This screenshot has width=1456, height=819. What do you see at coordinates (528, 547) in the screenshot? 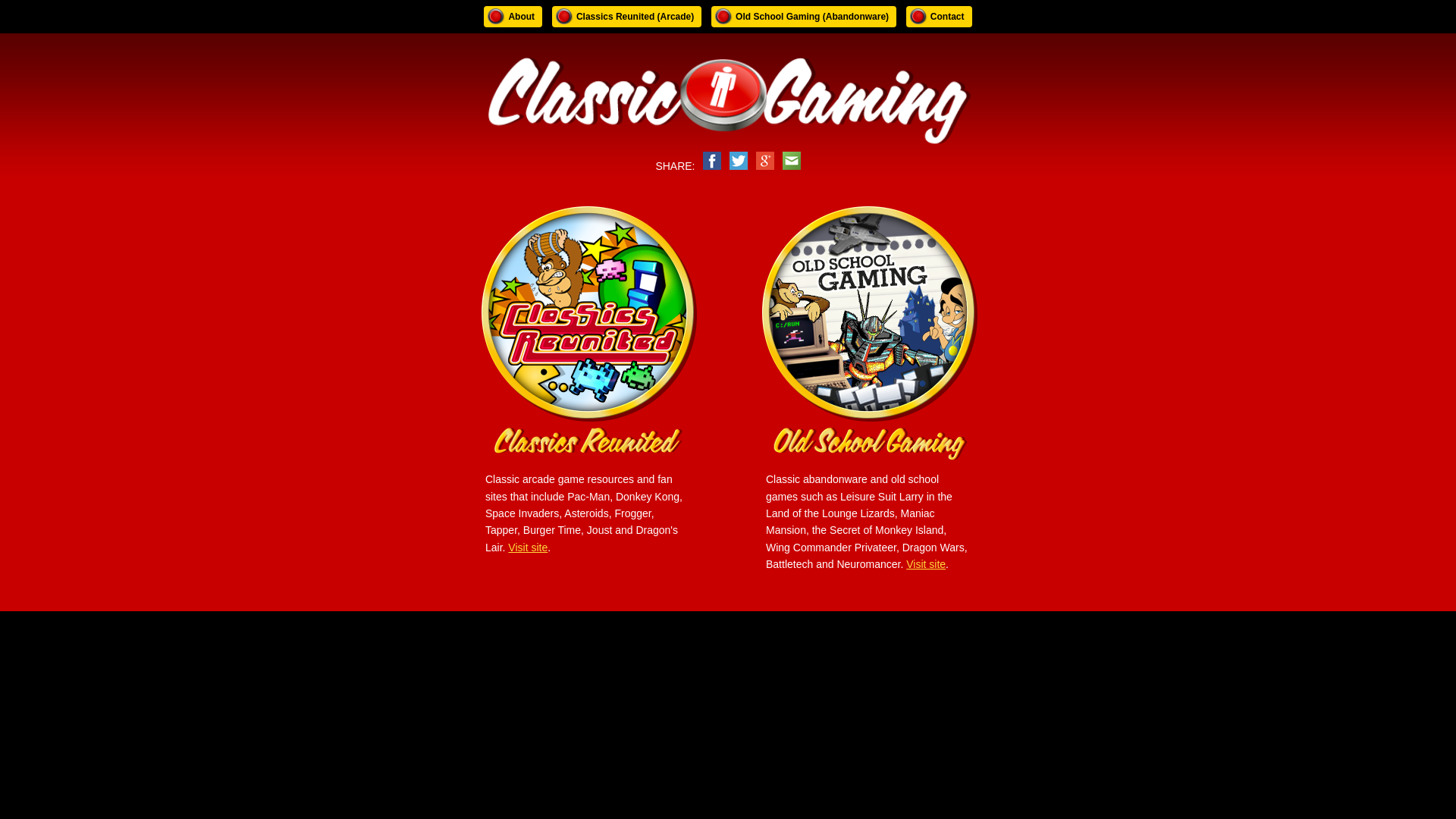
I see `'Visit site'` at bounding box center [528, 547].